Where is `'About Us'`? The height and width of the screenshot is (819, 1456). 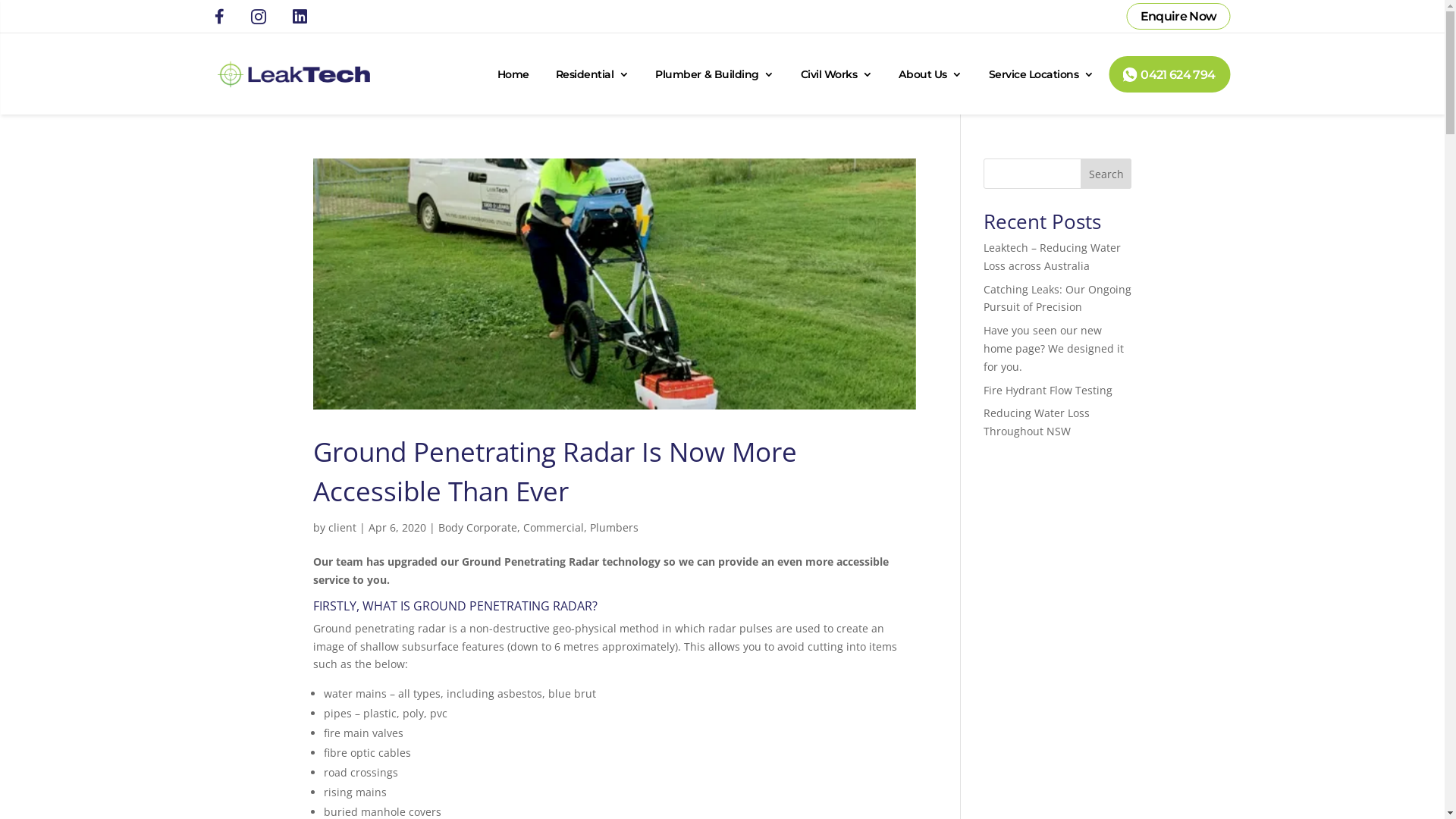 'About Us' is located at coordinates (929, 74).